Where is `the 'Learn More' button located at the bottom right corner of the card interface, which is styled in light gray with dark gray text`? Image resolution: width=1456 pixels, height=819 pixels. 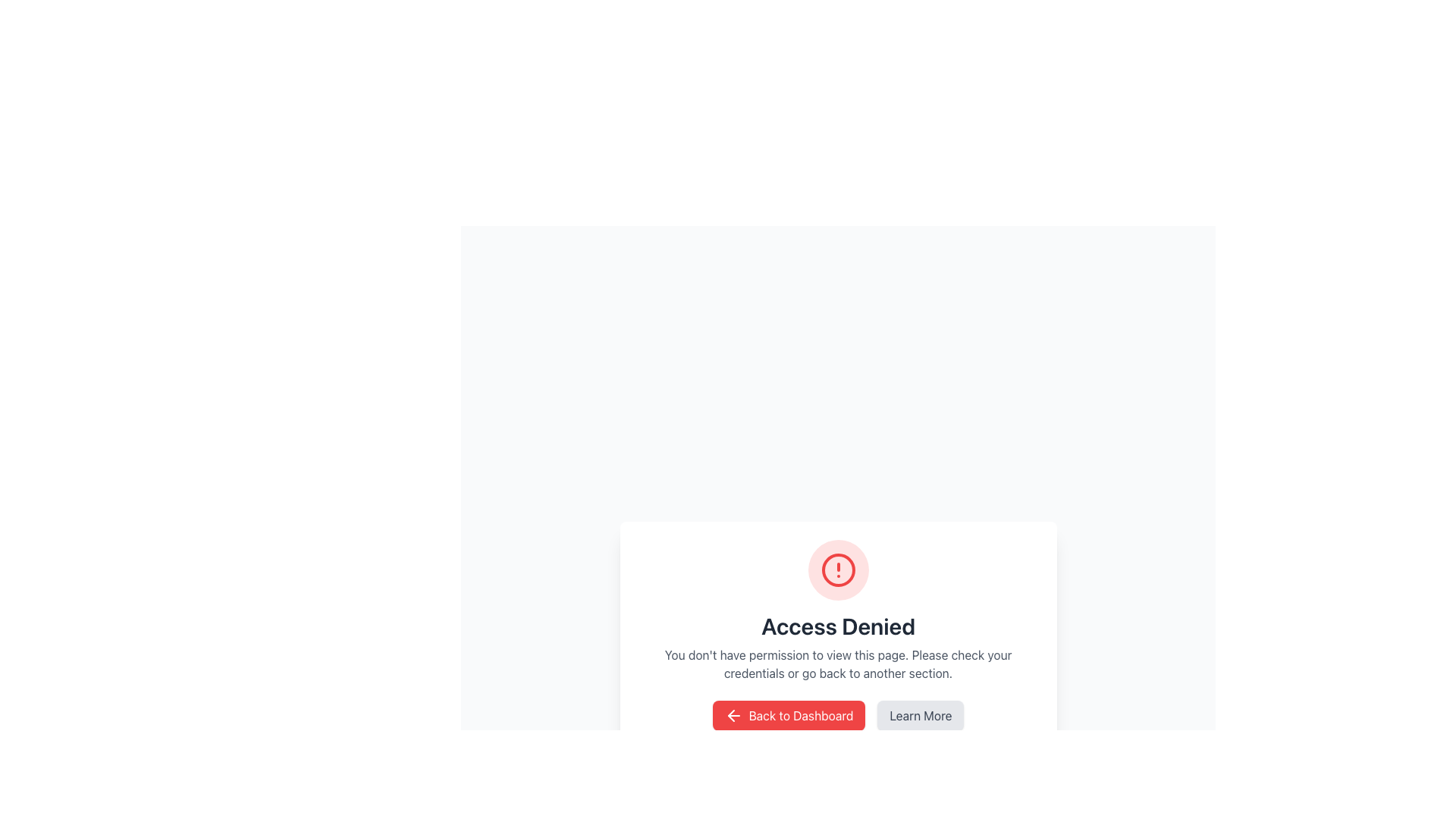
the 'Learn More' button located at the bottom right corner of the card interface, which is styled in light gray with dark gray text is located at coordinates (920, 716).